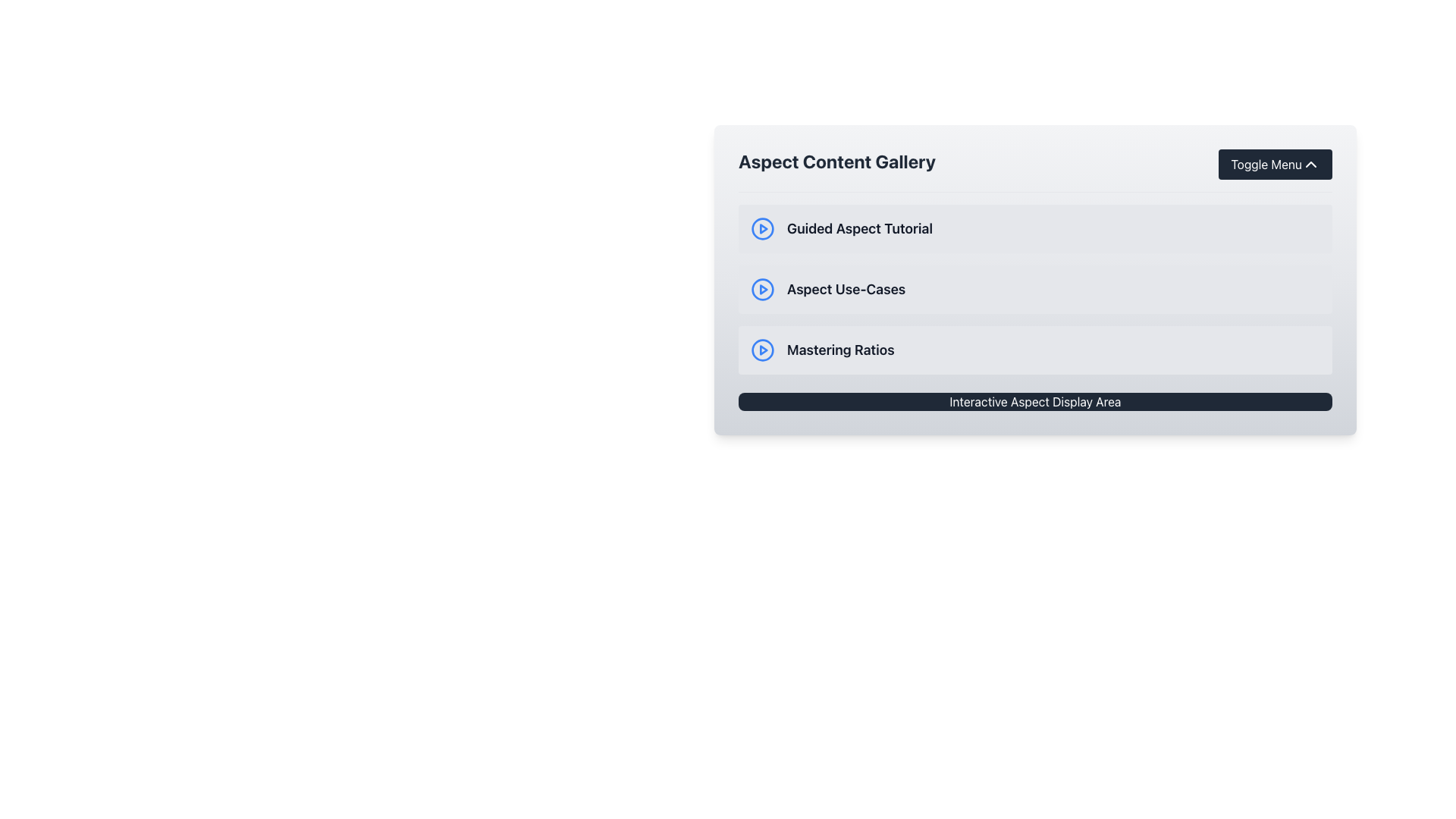 The width and height of the screenshot is (1456, 819). What do you see at coordinates (764, 228) in the screenshot?
I see `SVG Icon that serves as a visual indicator for initiating the 'Guided Aspect Tutorial', located near the top left quadrant of the interface adjacent to the label` at bounding box center [764, 228].